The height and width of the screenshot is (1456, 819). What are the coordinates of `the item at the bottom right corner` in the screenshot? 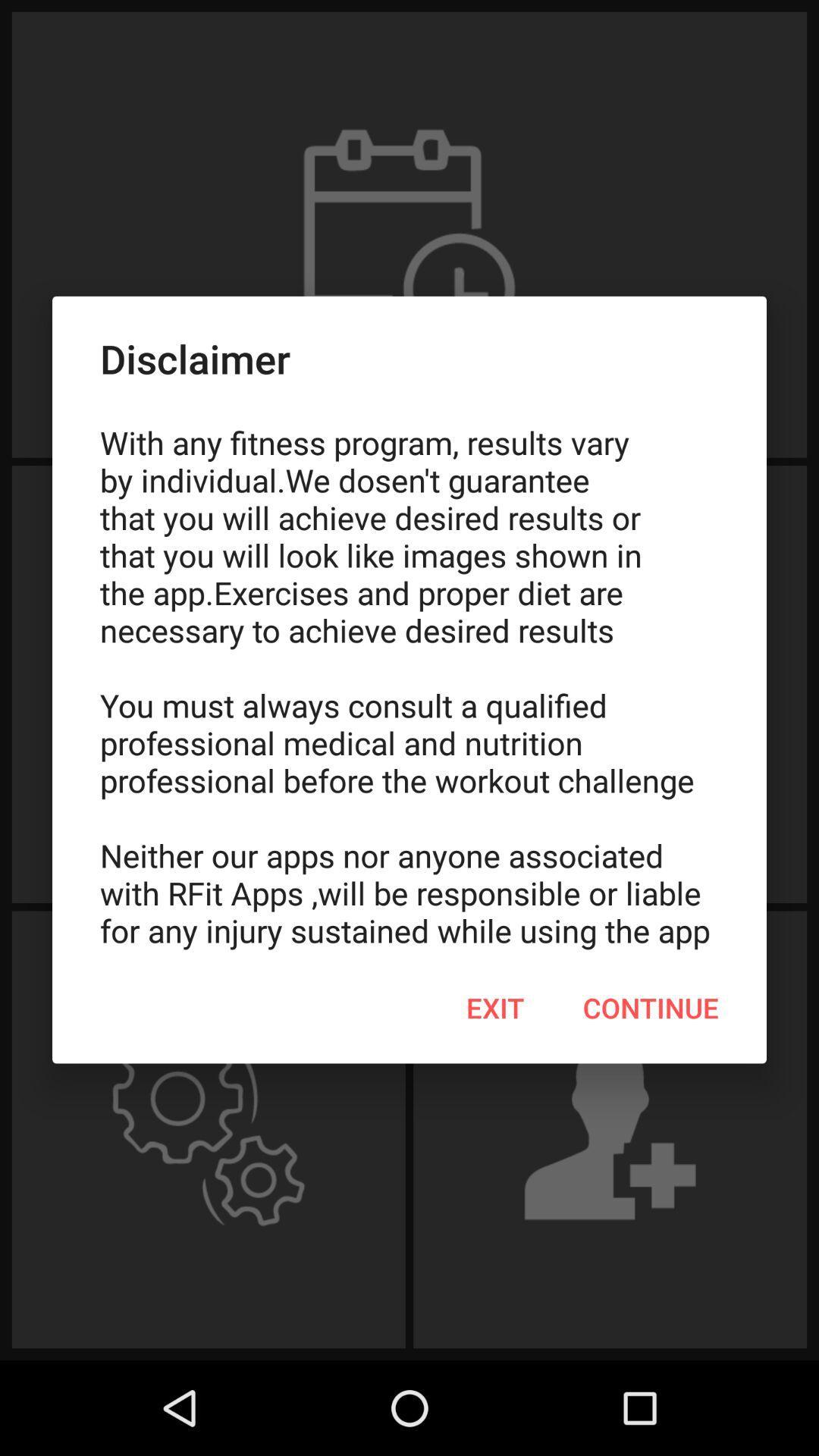 It's located at (650, 1008).